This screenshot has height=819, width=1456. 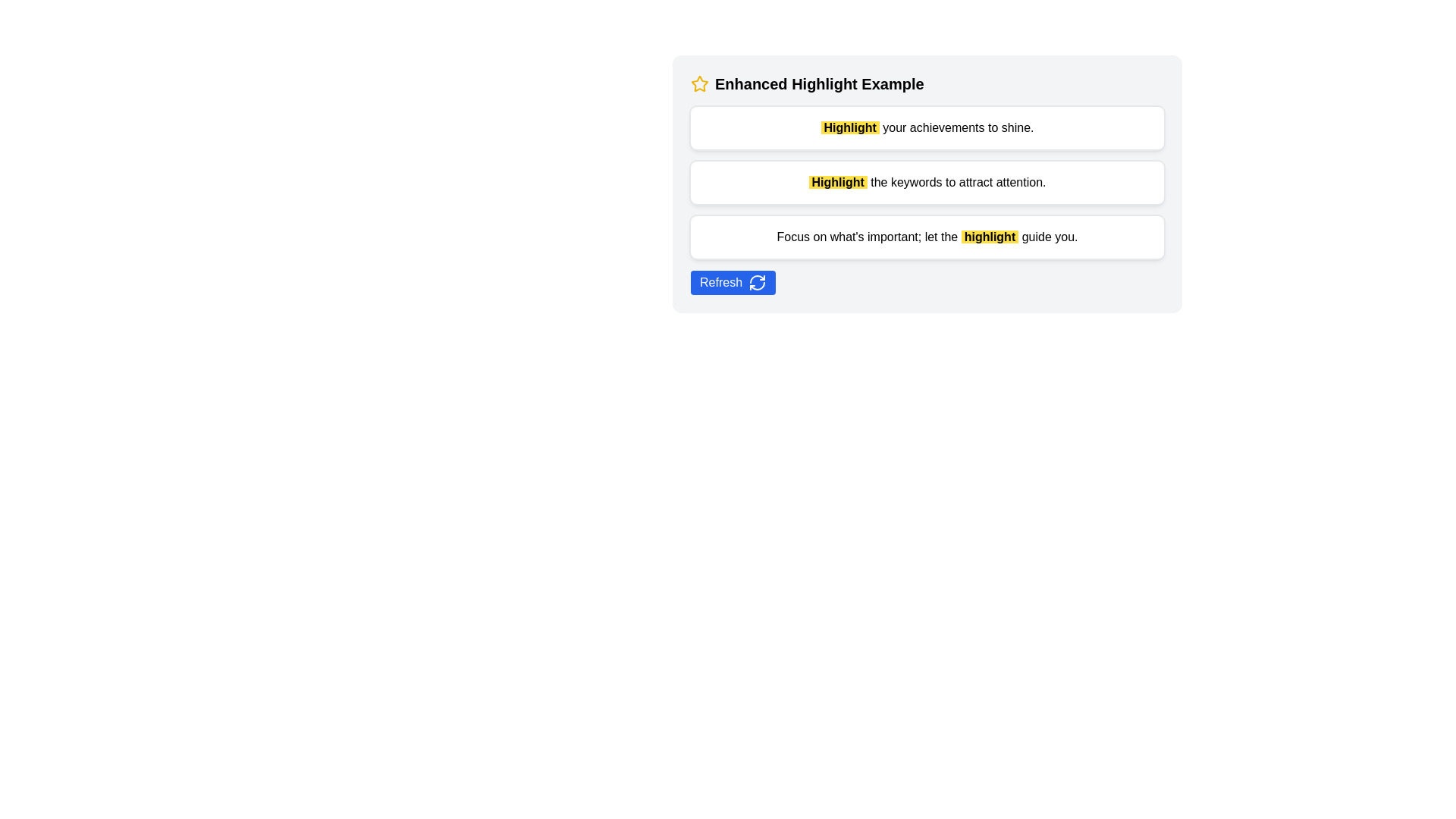 I want to click on text block that contains the word 'Highlight', which is styled in bold with a yellow background, located in the second row of the card layout under 'Enhanced Highlight Example', so click(x=837, y=181).